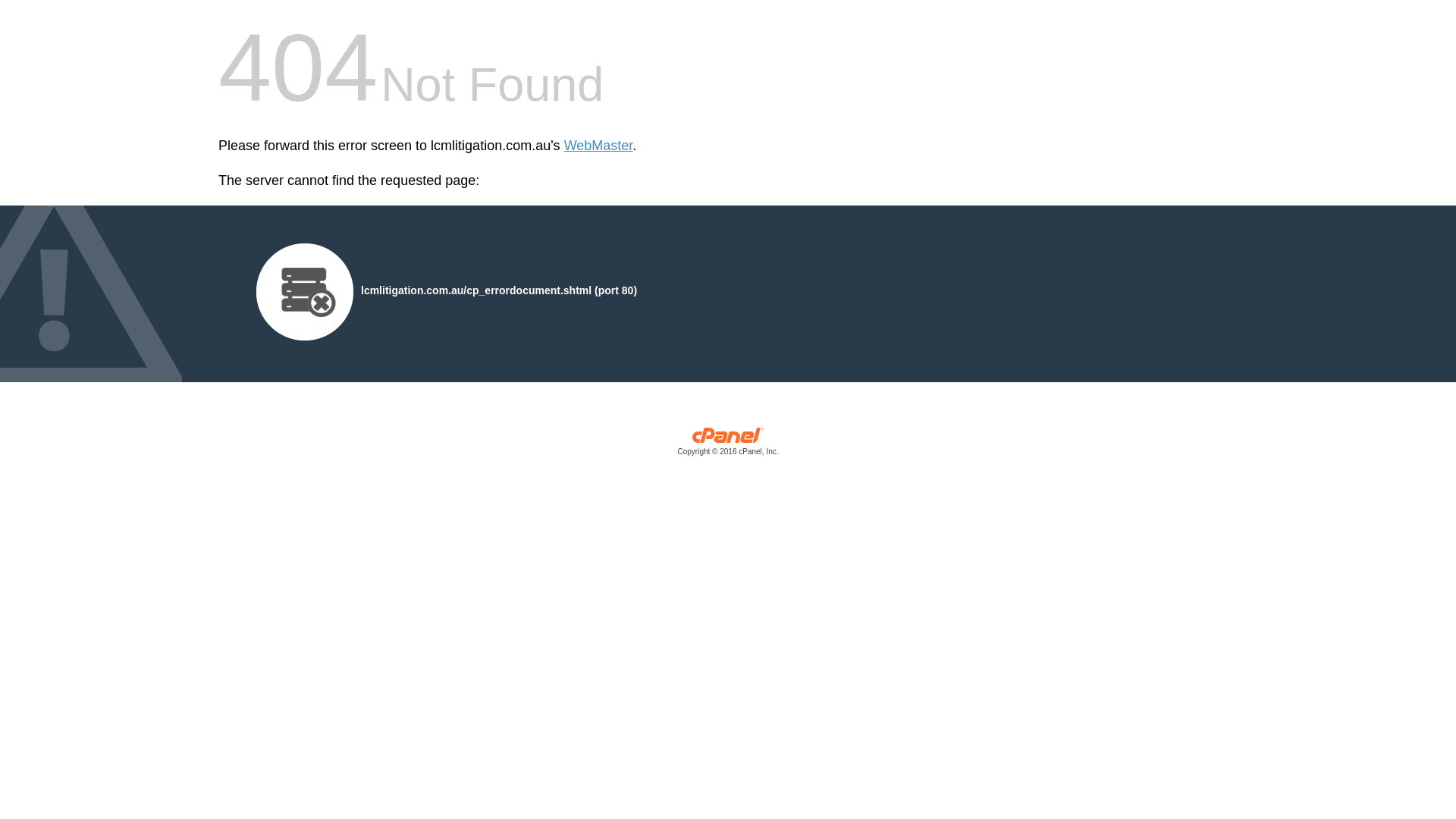 The width and height of the screenshot is (1456, 819). I want to click on 'WebMaster', so click(598, 146).